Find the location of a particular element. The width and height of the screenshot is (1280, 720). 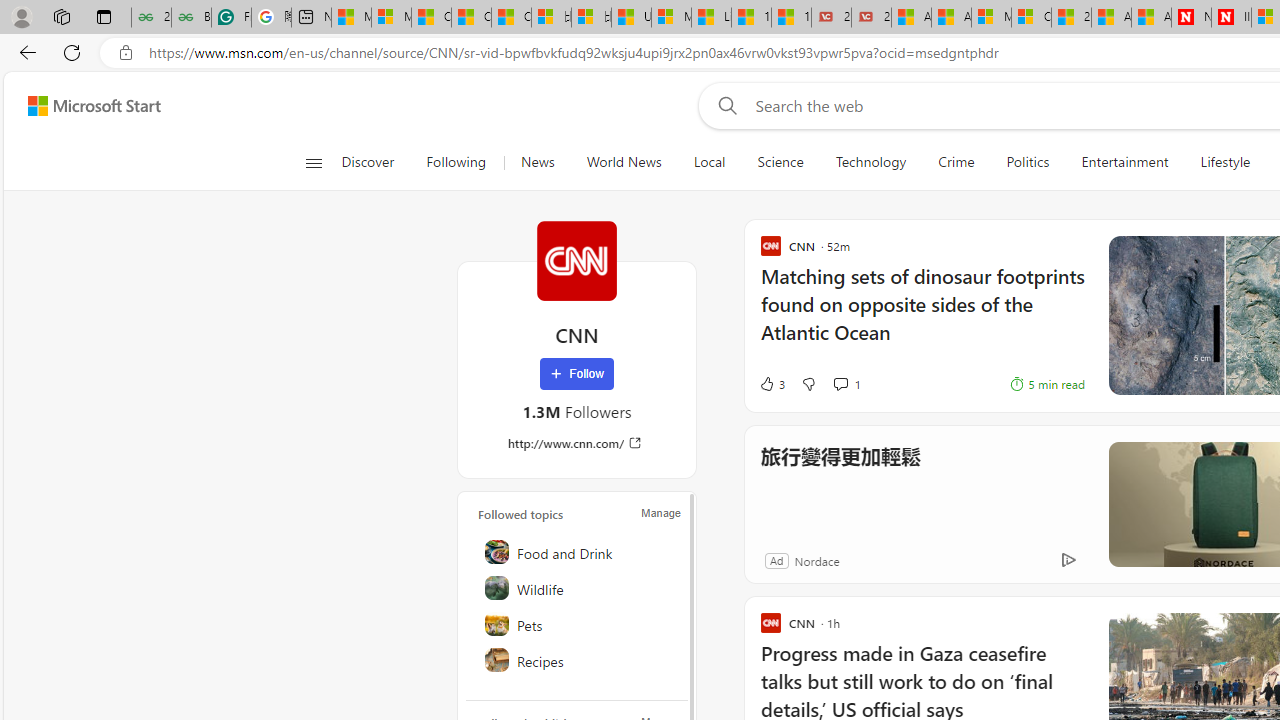

'Lifestyle' is located at coordinates (1224, 162).